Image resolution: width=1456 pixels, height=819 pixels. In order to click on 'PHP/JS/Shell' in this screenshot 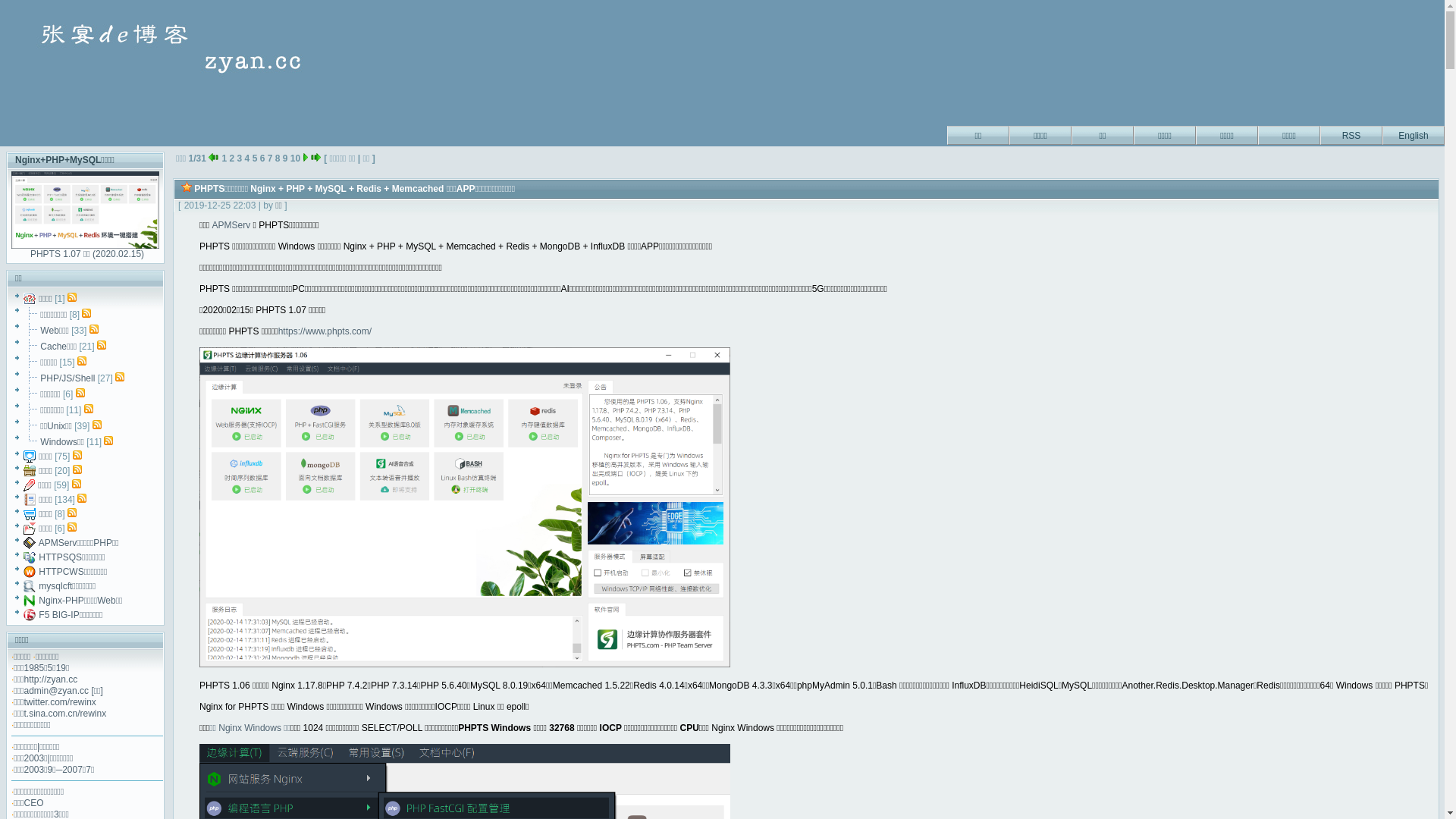, I will do `click(67, 377)`.